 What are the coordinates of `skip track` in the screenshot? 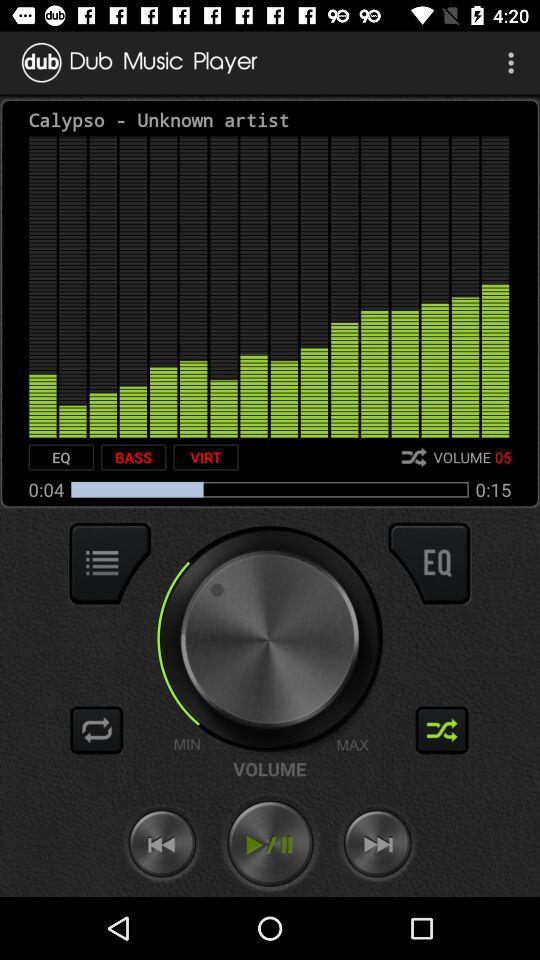 It's located at (377, 843).